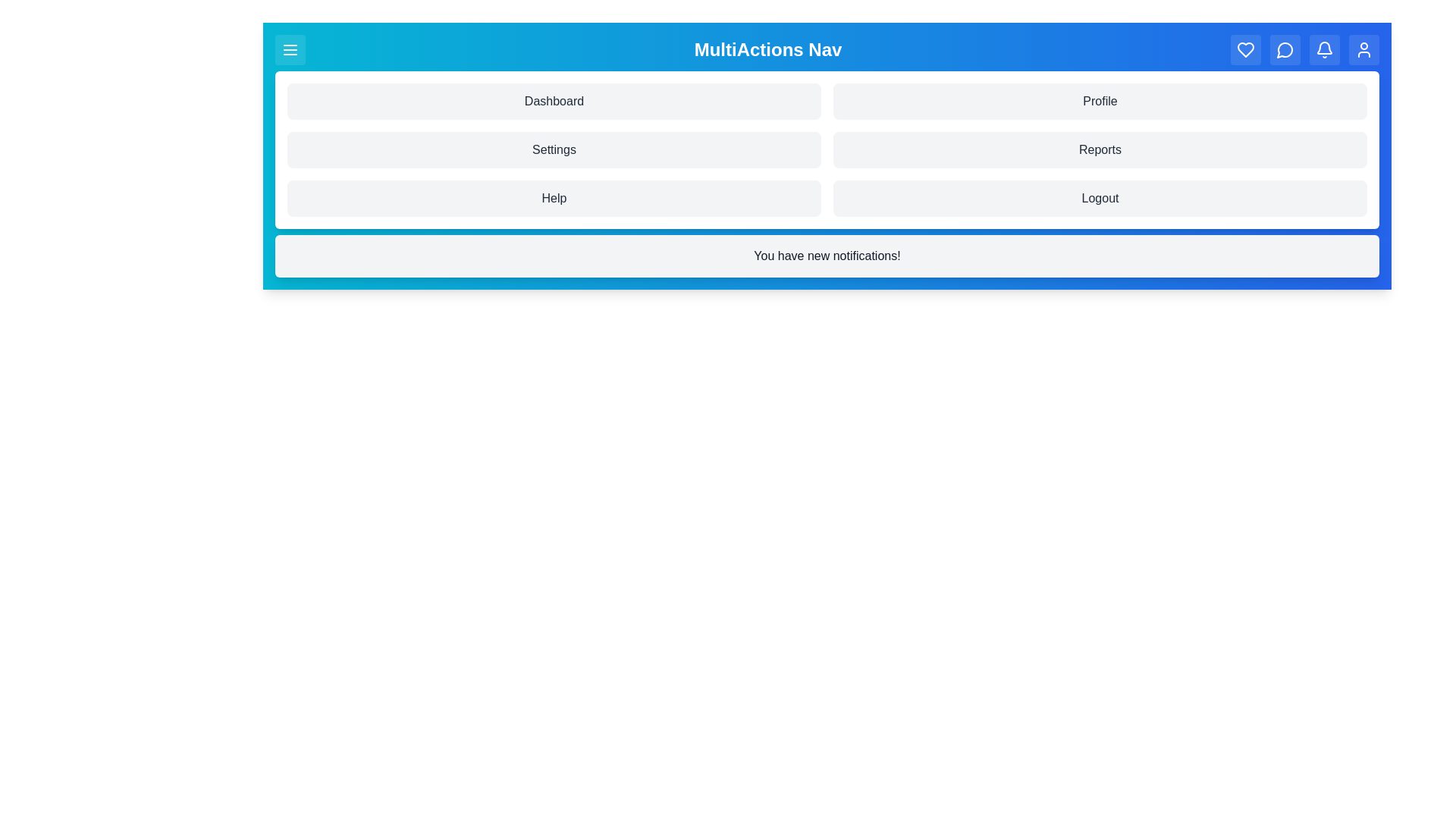 The image size is (1456, 819). Describe the element at coordinates (553, 198) in the screenshot. I see `the menu item labeled Help` at that location.